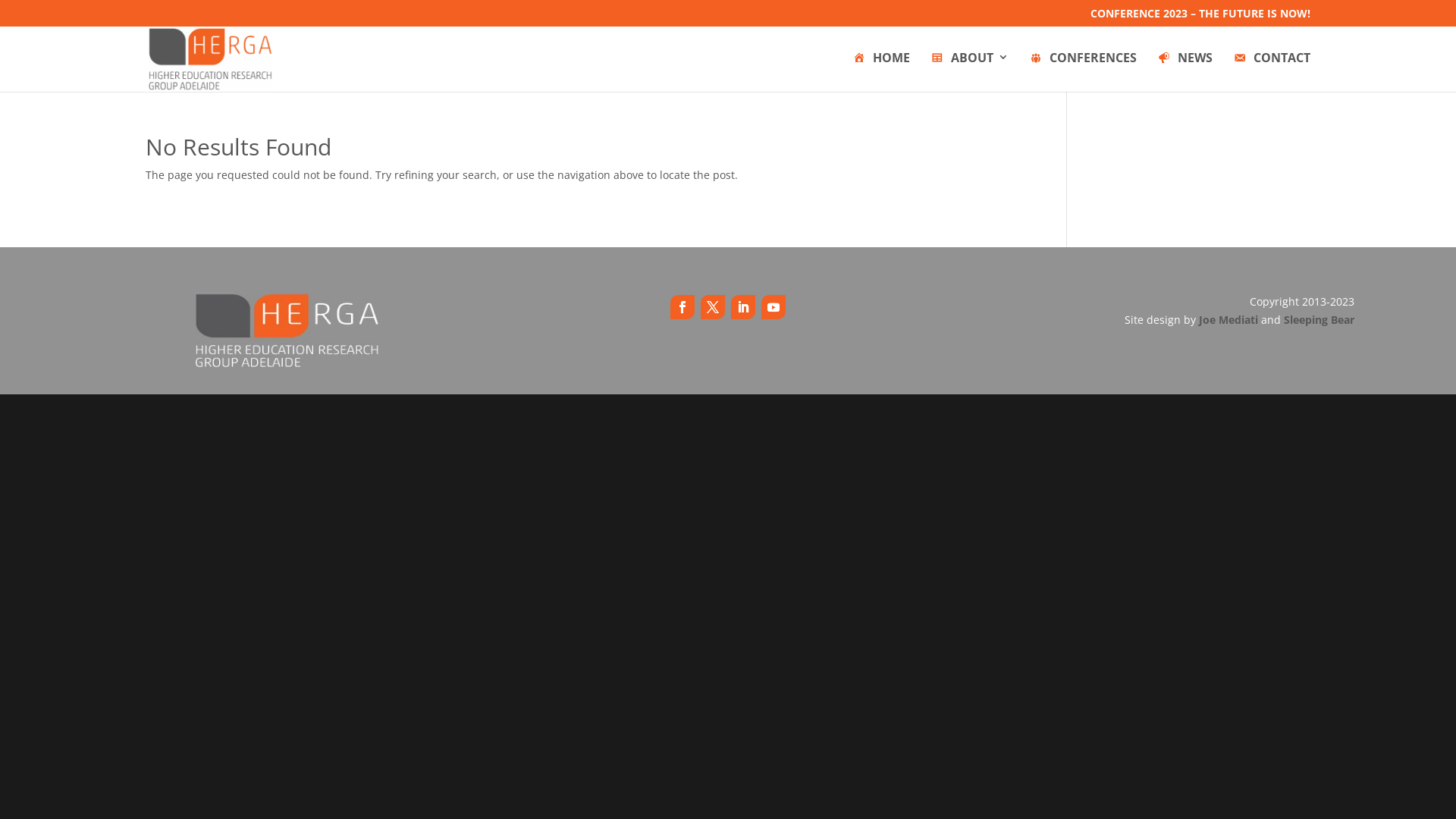 The width and height of the screenshot is (1456, 819). I want to click on 'Follow on LinkedIn', so click(742, 307).